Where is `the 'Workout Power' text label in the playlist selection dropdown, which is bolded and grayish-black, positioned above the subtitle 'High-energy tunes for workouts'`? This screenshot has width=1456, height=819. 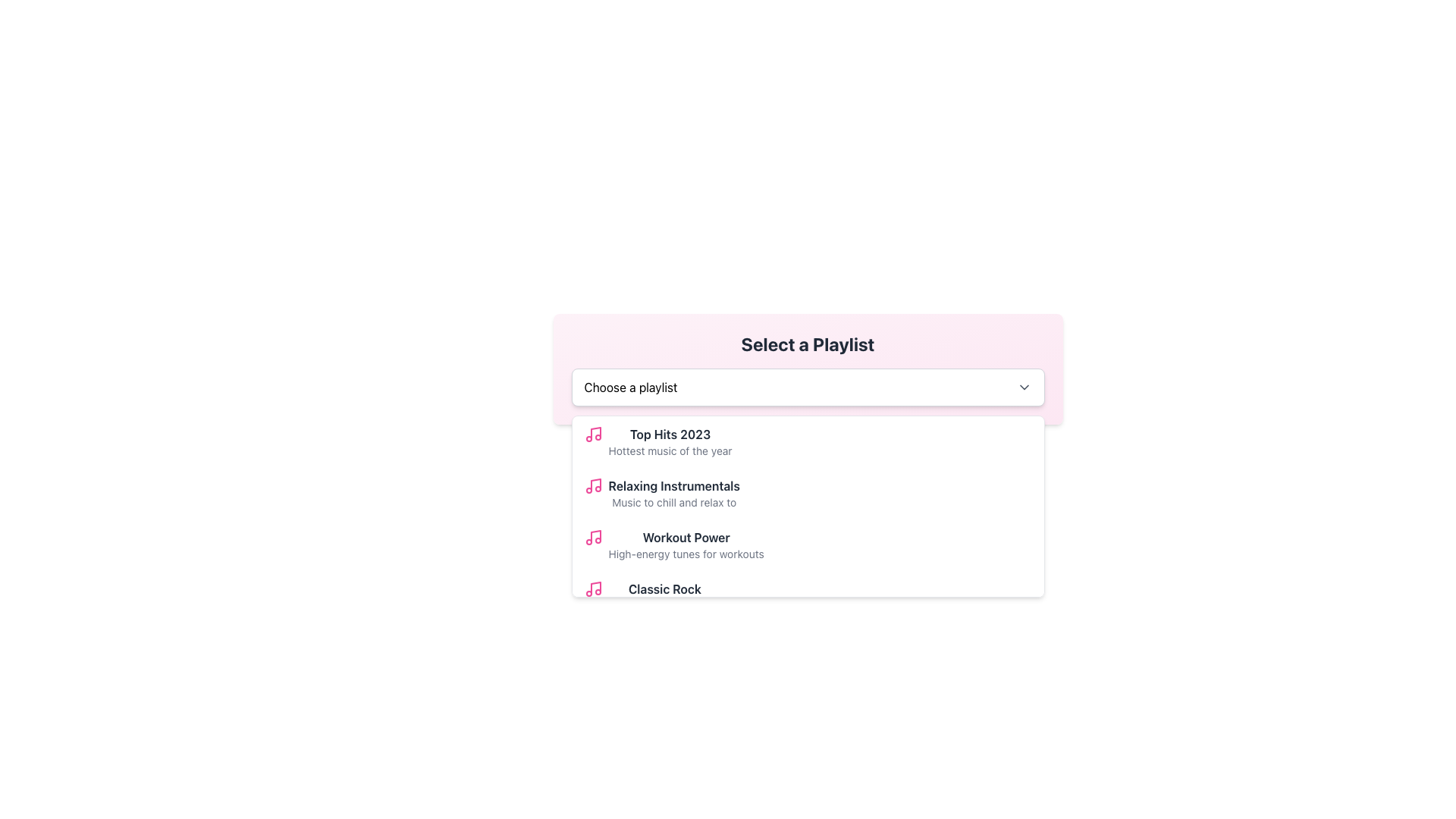
the 'Workout Power' text label in the playlist selection dropdown, which is bolded and grayish-black, positioned above the subtitle 'High-energy tunes for workouts' is located at coordinates (686, 537).